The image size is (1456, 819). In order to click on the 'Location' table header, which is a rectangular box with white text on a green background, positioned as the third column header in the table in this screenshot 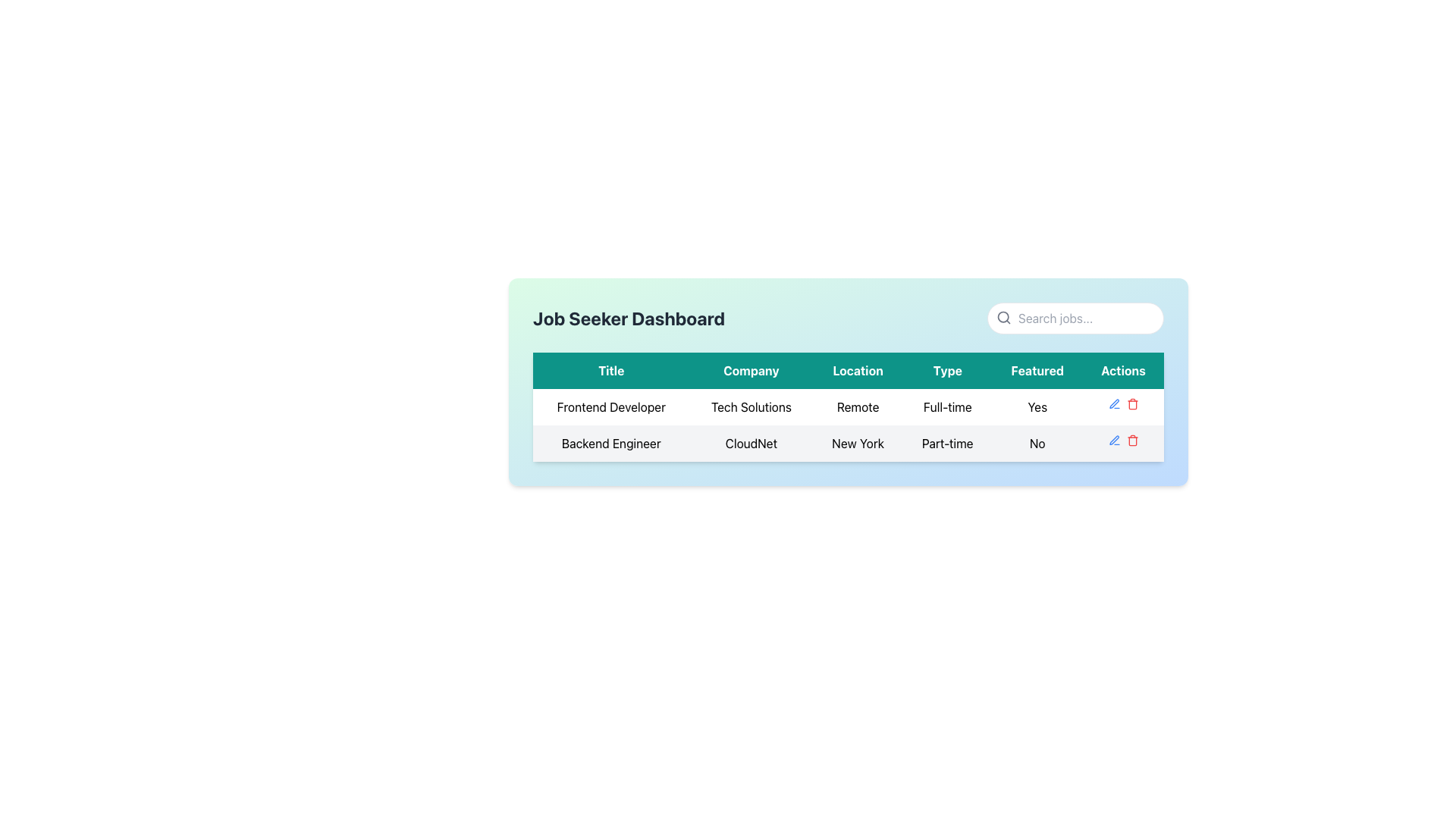, I will do `click(858, 371)`.